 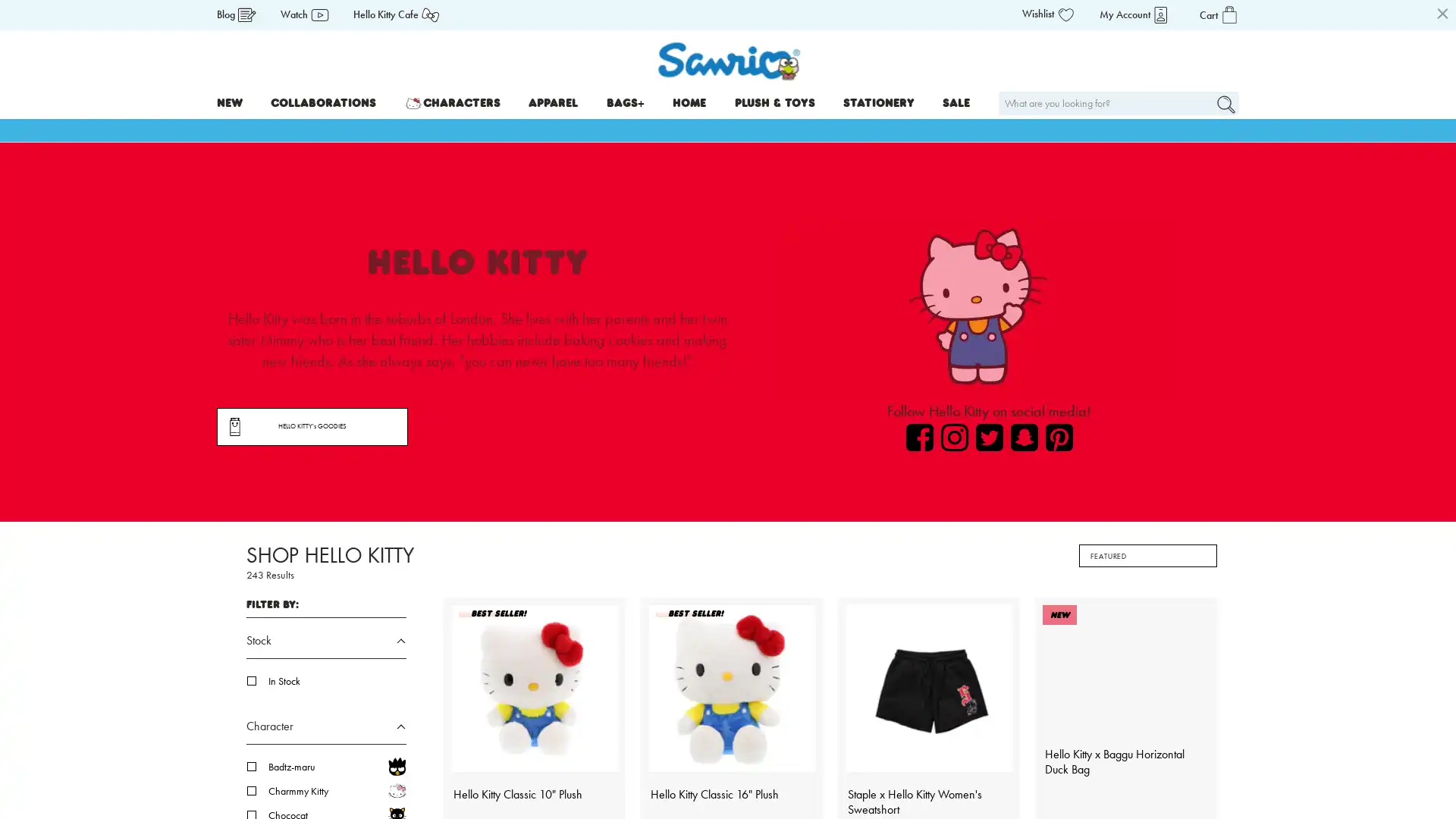 I want to click on Character, so click(x=325, y=730).